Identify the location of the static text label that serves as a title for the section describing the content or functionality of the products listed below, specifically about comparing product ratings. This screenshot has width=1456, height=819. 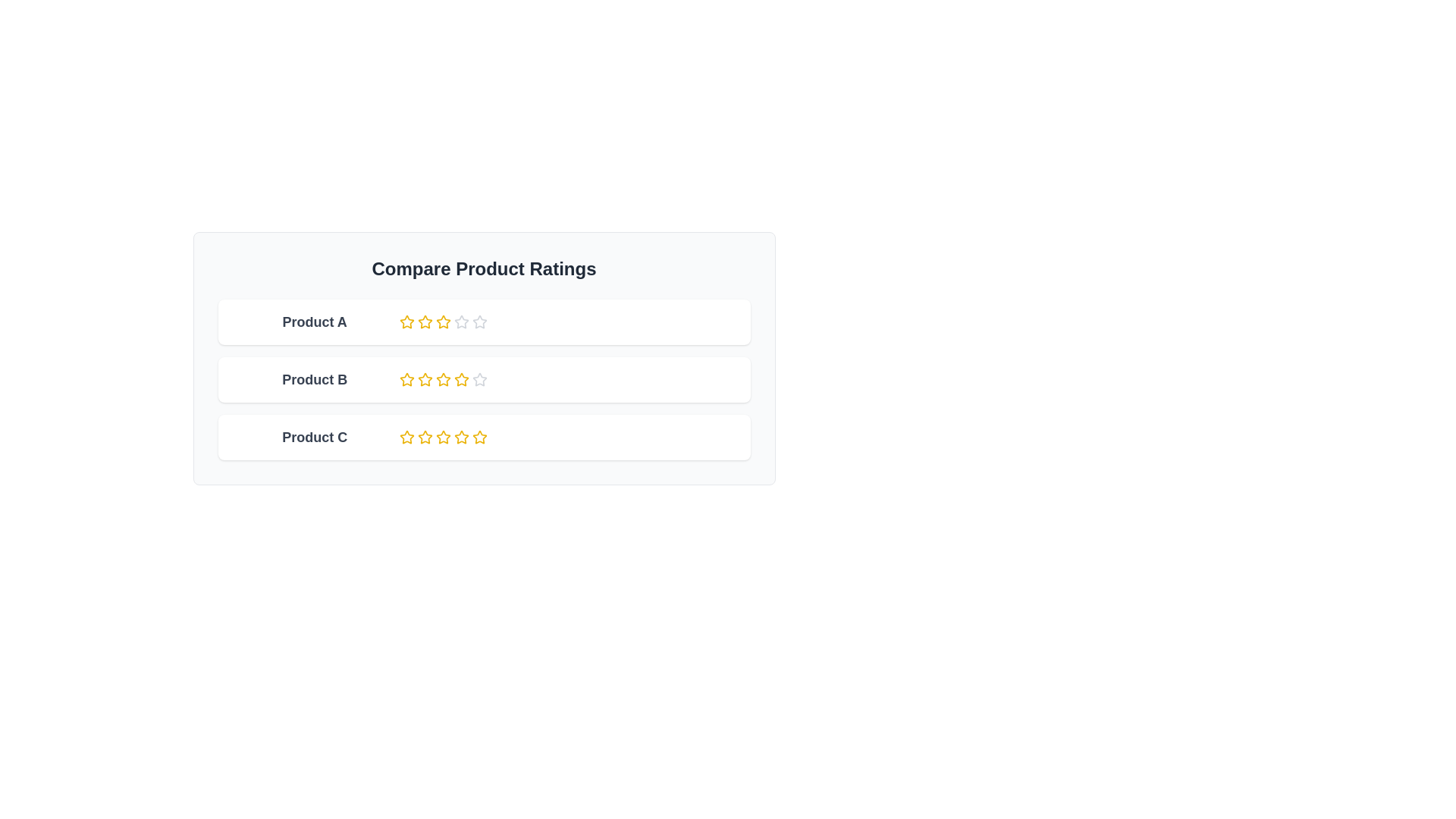
(483, 268).